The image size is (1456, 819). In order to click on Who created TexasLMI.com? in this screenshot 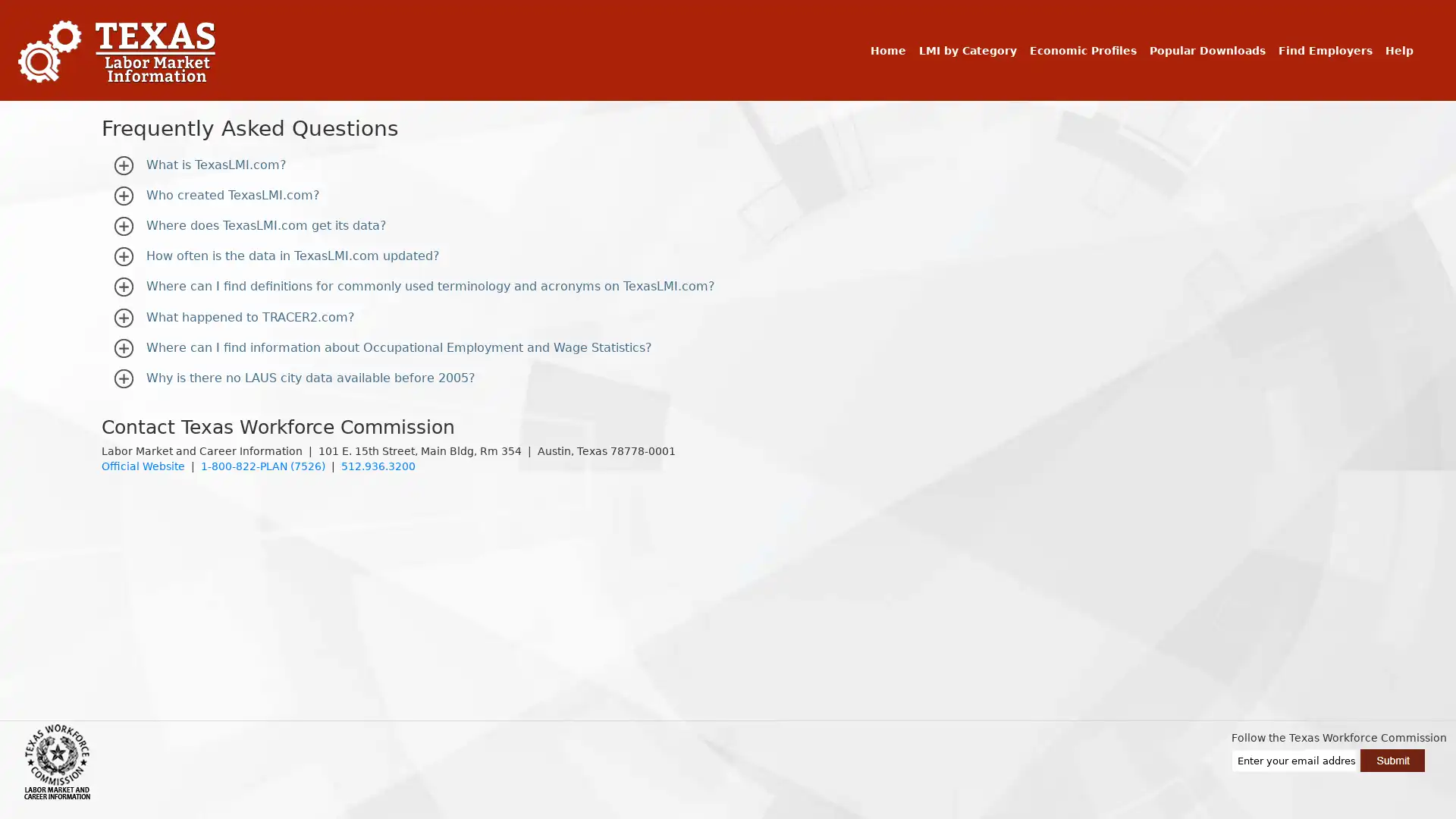, I will do `click(726, 193)`.